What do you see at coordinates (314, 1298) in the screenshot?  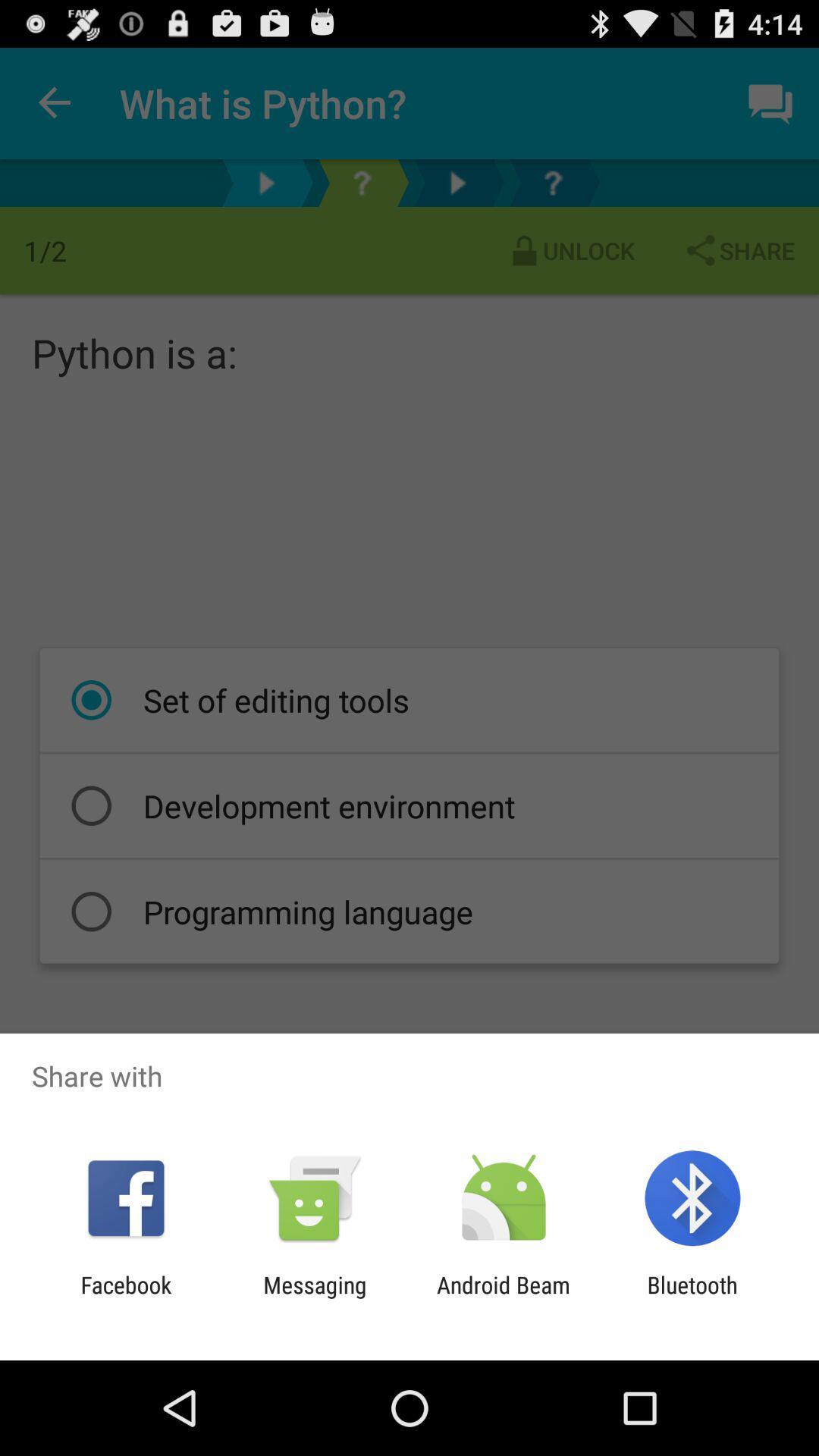 I see `item next to the android beam icon` at bounding box center [314, 1298].